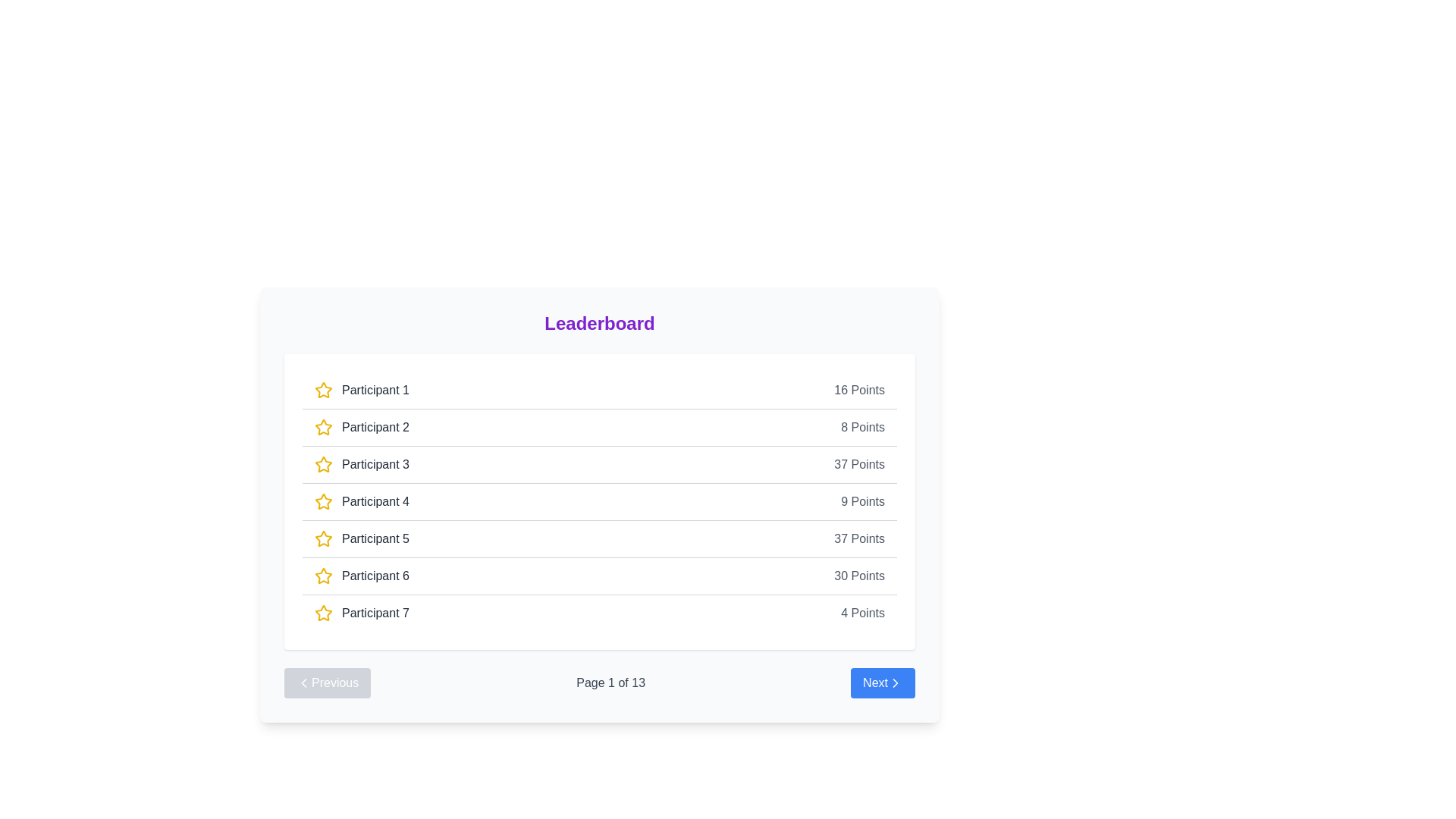  What do you see at coordinates (863, 427) in the screenshot?
I see `the static text display indicating the score of '8 Points' for the participant in the leaderboard located in the second row and rightmost column` at bounding box center [863, 427].